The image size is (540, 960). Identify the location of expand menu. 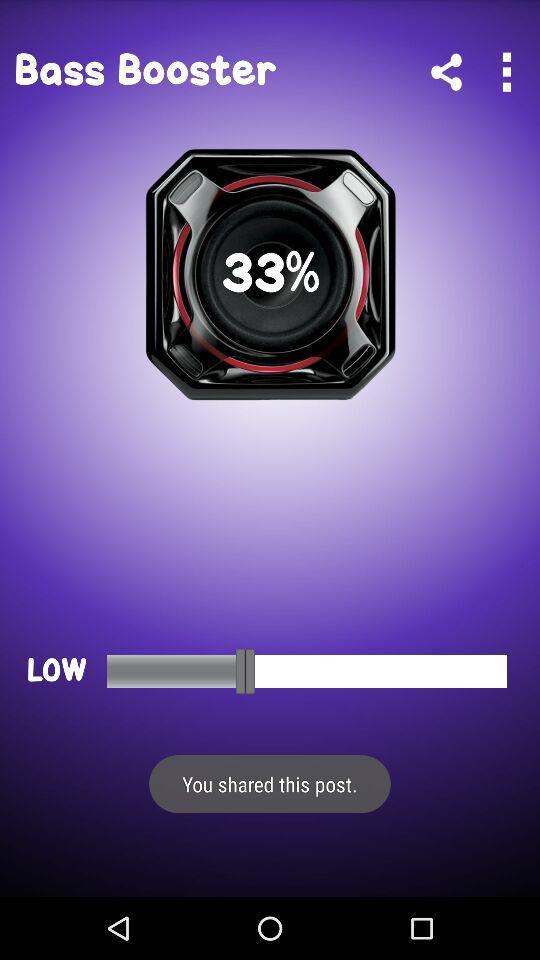
(505, 72).